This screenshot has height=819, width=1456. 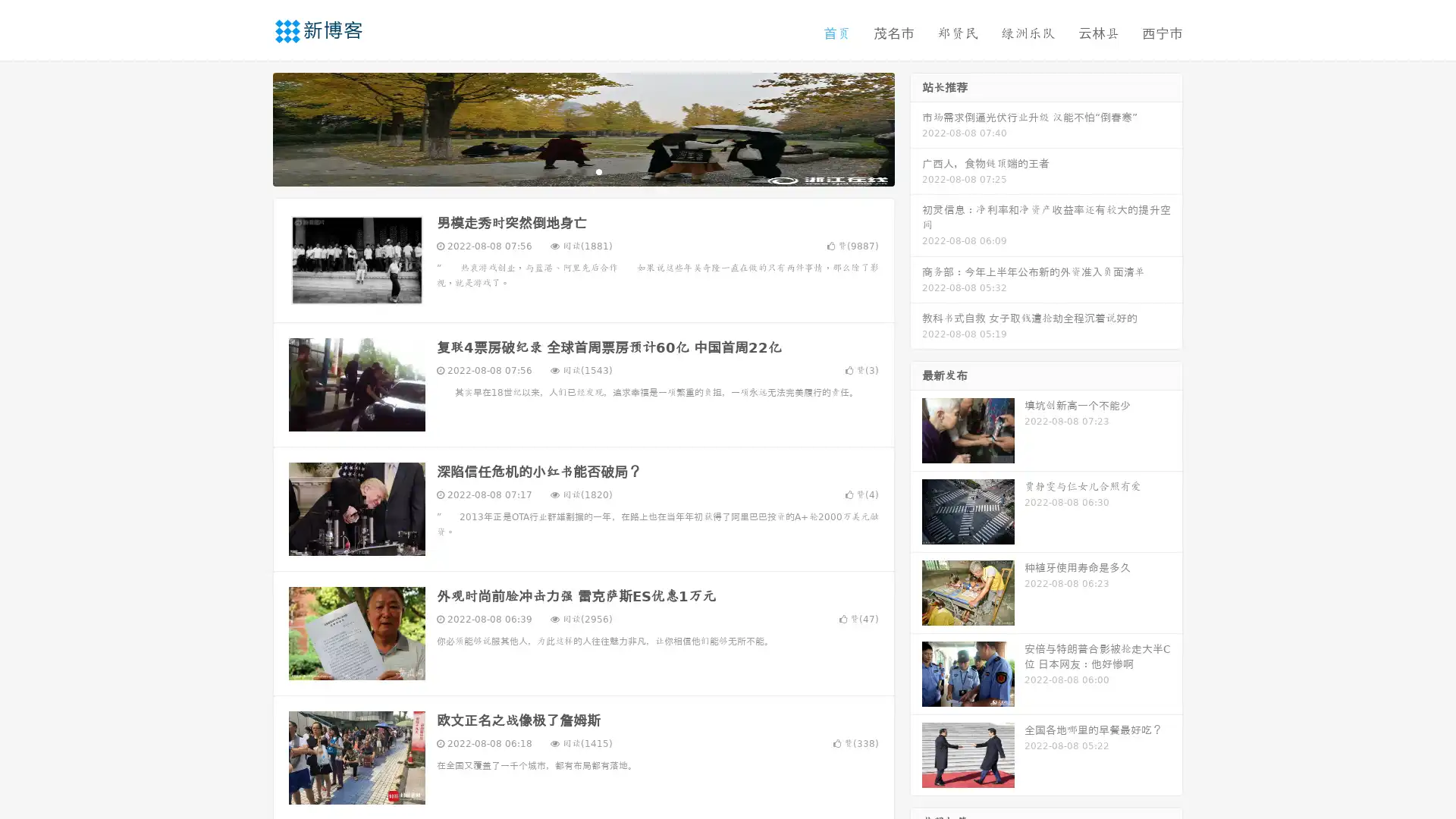 What do you see at coordinates (598, 171) in the screenshot?
I see `Go to slide 3` at bounding box center [598, 171].